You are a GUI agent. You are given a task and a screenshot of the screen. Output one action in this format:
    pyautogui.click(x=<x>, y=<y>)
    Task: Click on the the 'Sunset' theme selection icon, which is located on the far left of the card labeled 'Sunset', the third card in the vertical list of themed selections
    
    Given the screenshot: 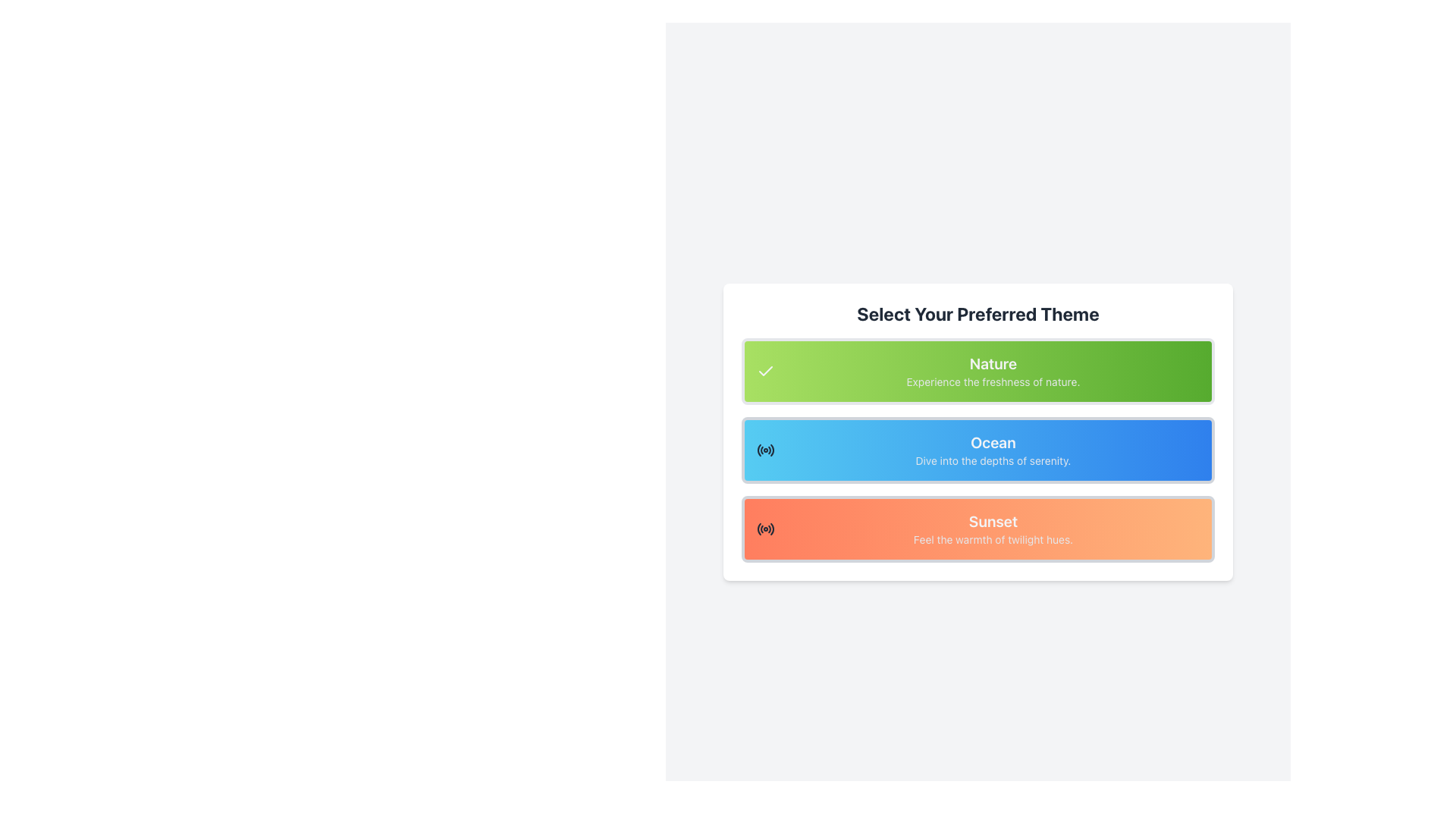 What is the action you would take?
    pyautogui.click(x=765, y=529)
    